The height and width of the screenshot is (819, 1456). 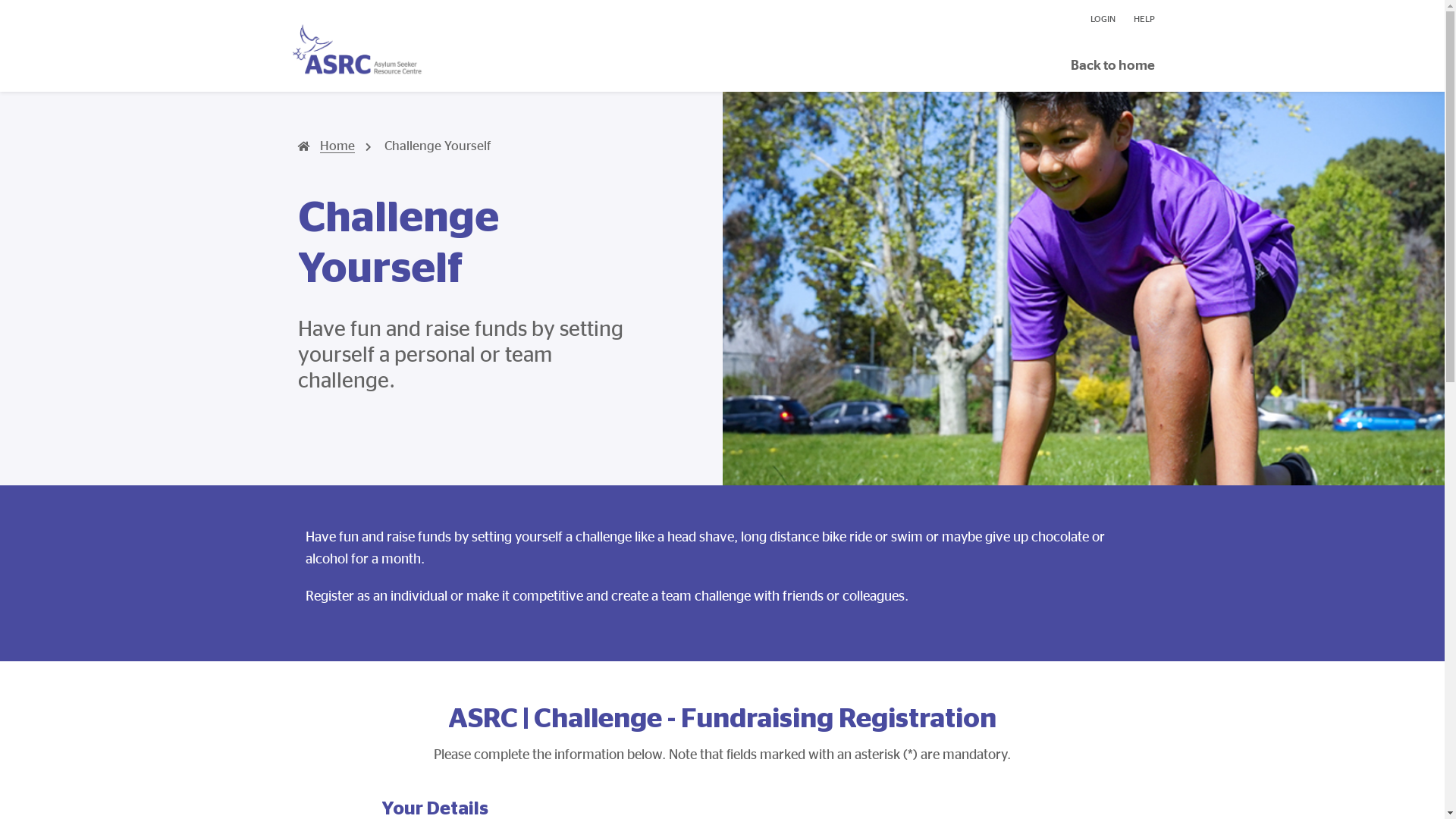 What do you see at coordinates (1103, 18) in the screenshot?
I see `'LOGIN'` at bounding box center [1103, 18].